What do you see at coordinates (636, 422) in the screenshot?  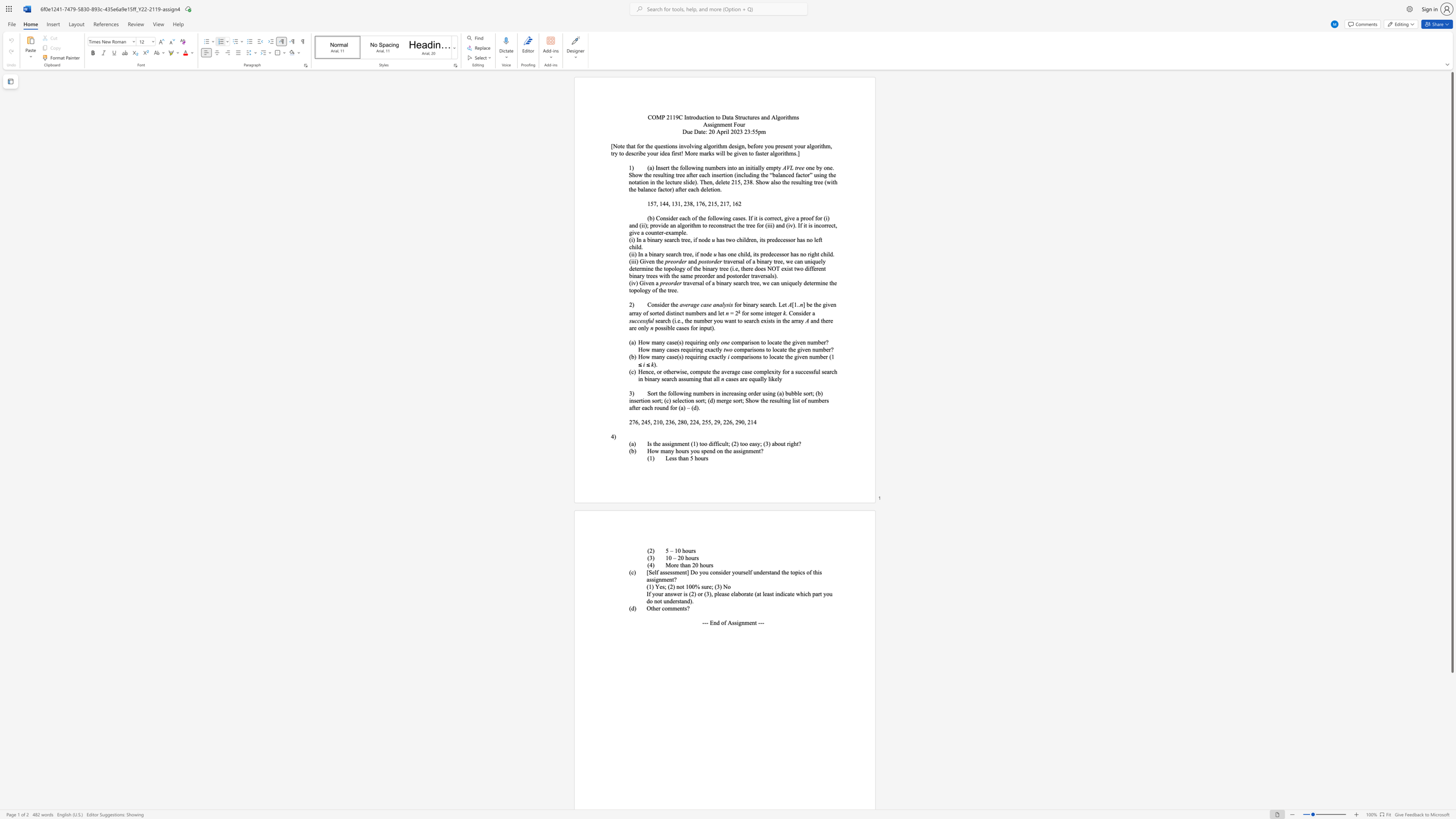 I see `the 1th character "6" in the text` at bounding box center [636, 422].